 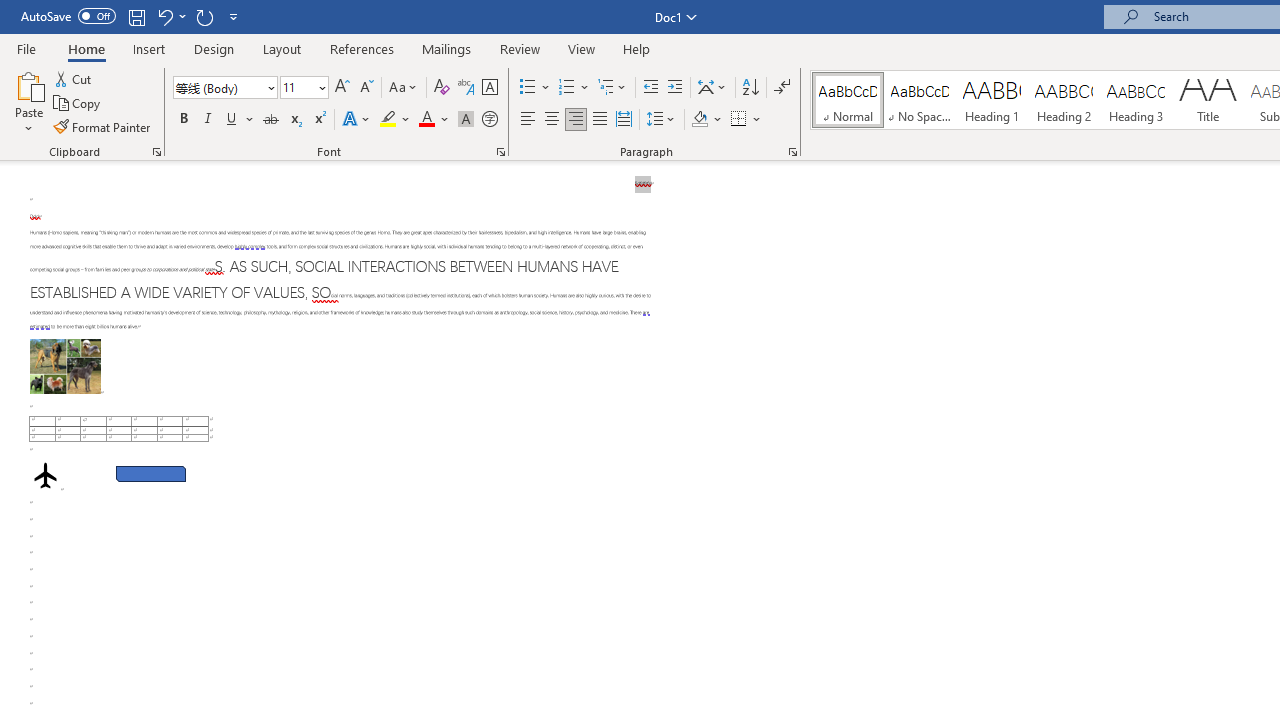 I want to click on 'Morphological variation in six dogs', so click(x=65, y=366).